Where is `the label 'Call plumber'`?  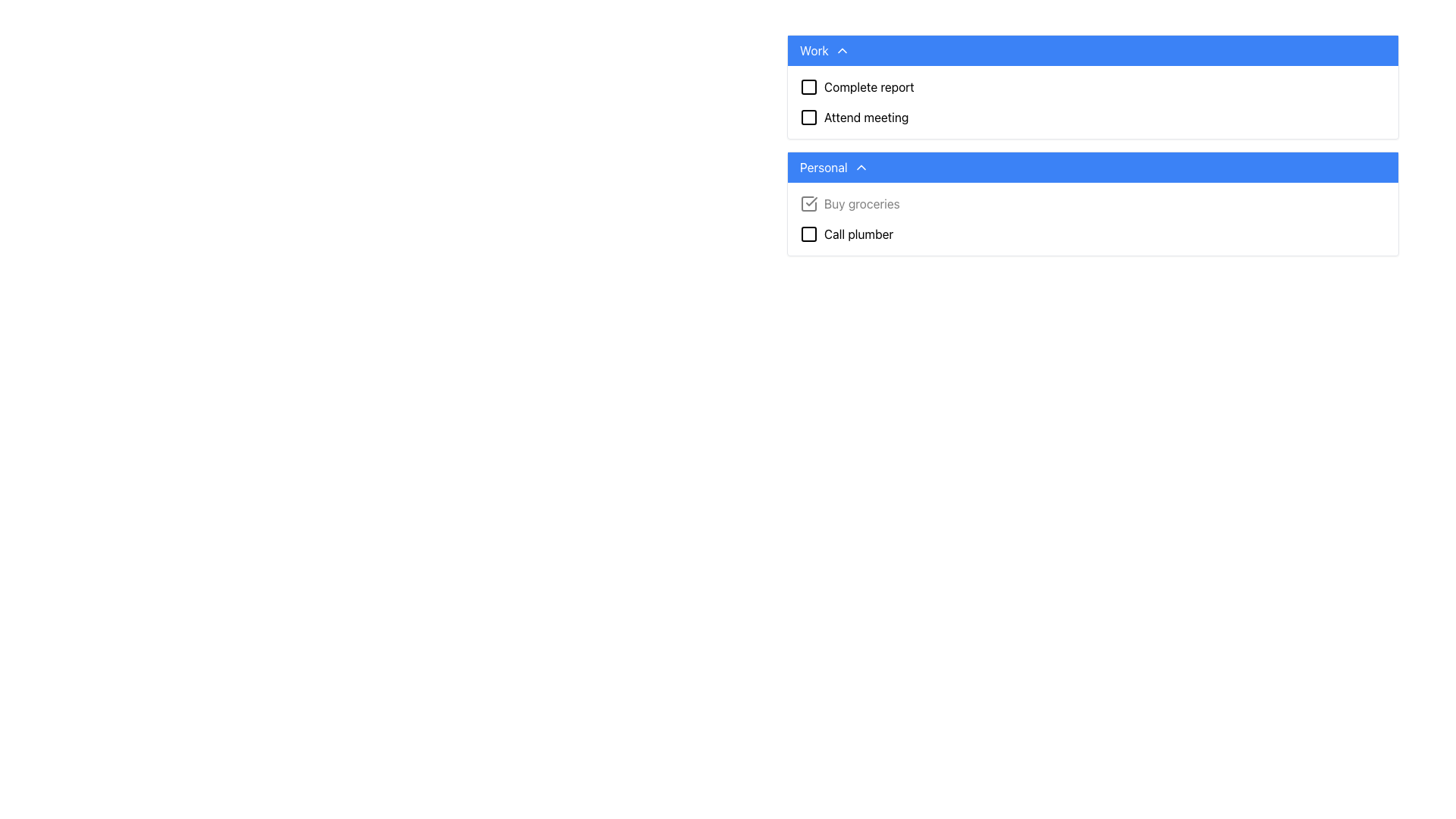 the label 'Call plumber' is located at coordinates (858, 234).